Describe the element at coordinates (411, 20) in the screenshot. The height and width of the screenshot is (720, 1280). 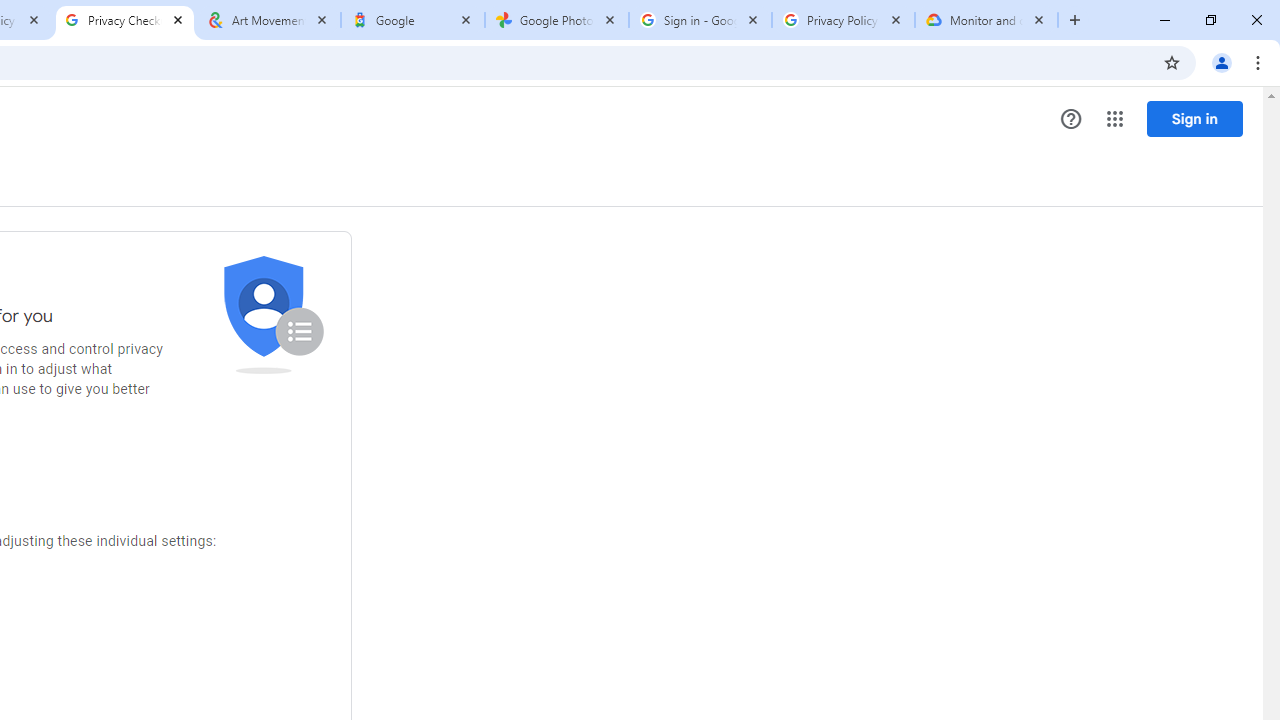
I see `'Google'` at that location.